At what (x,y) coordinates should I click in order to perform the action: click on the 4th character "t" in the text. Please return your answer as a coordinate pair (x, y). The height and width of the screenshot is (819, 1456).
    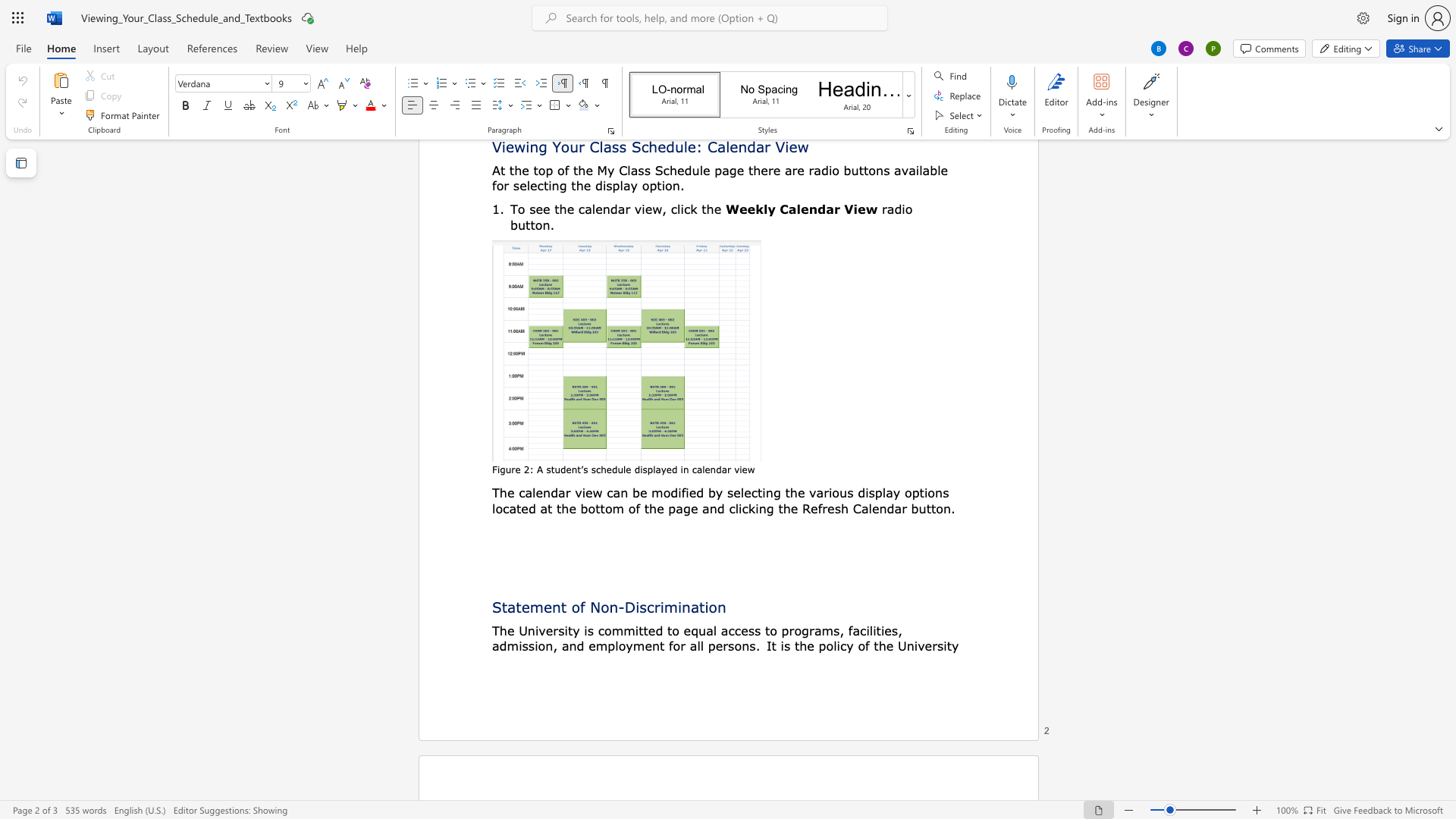
    Looking at the image, I should click on (601, 508).